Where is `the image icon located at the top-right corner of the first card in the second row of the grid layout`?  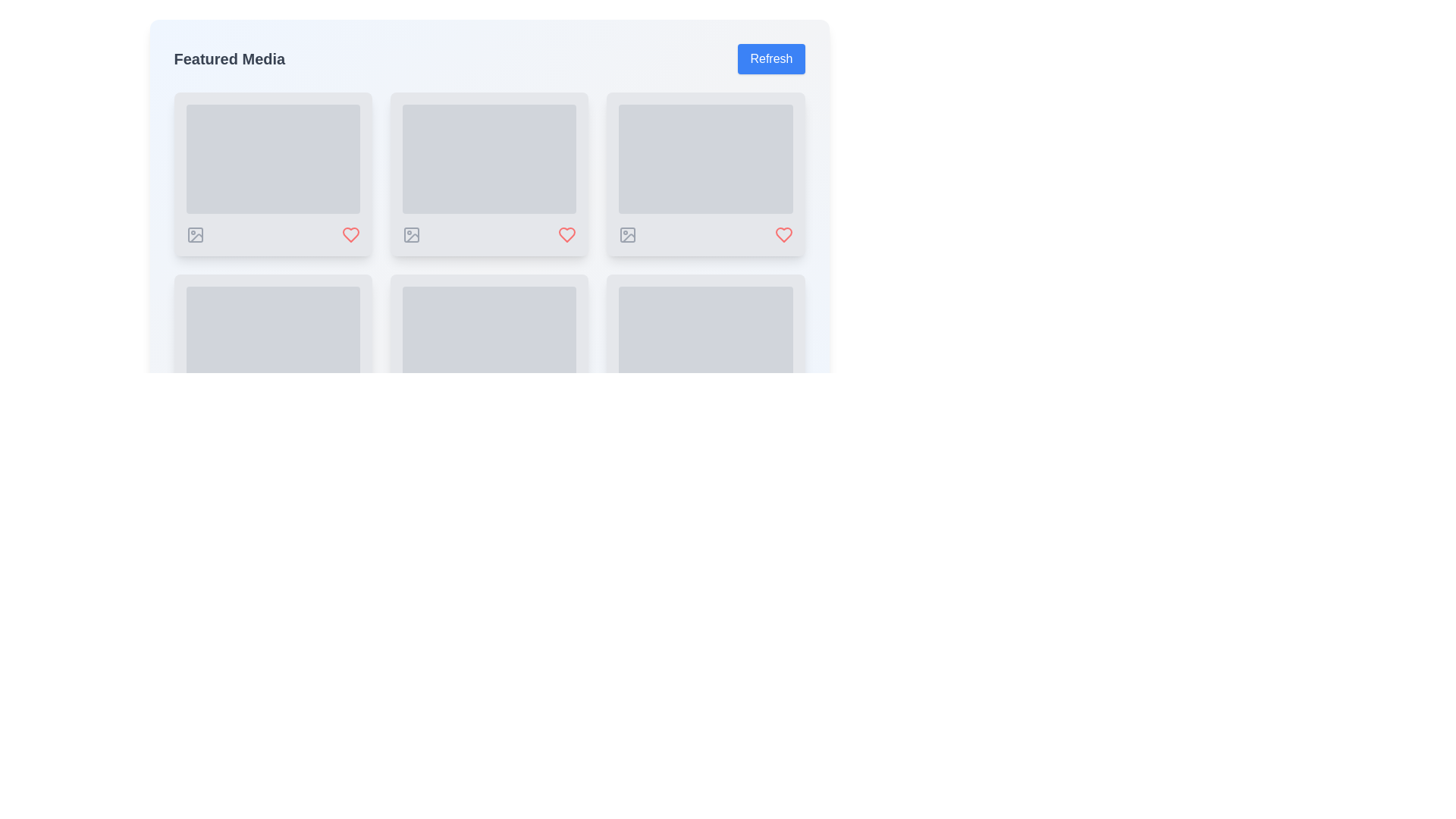 the image icon located at the top-right corner of the first card in the second row of the grid layout is located at coordinates (411, 234).